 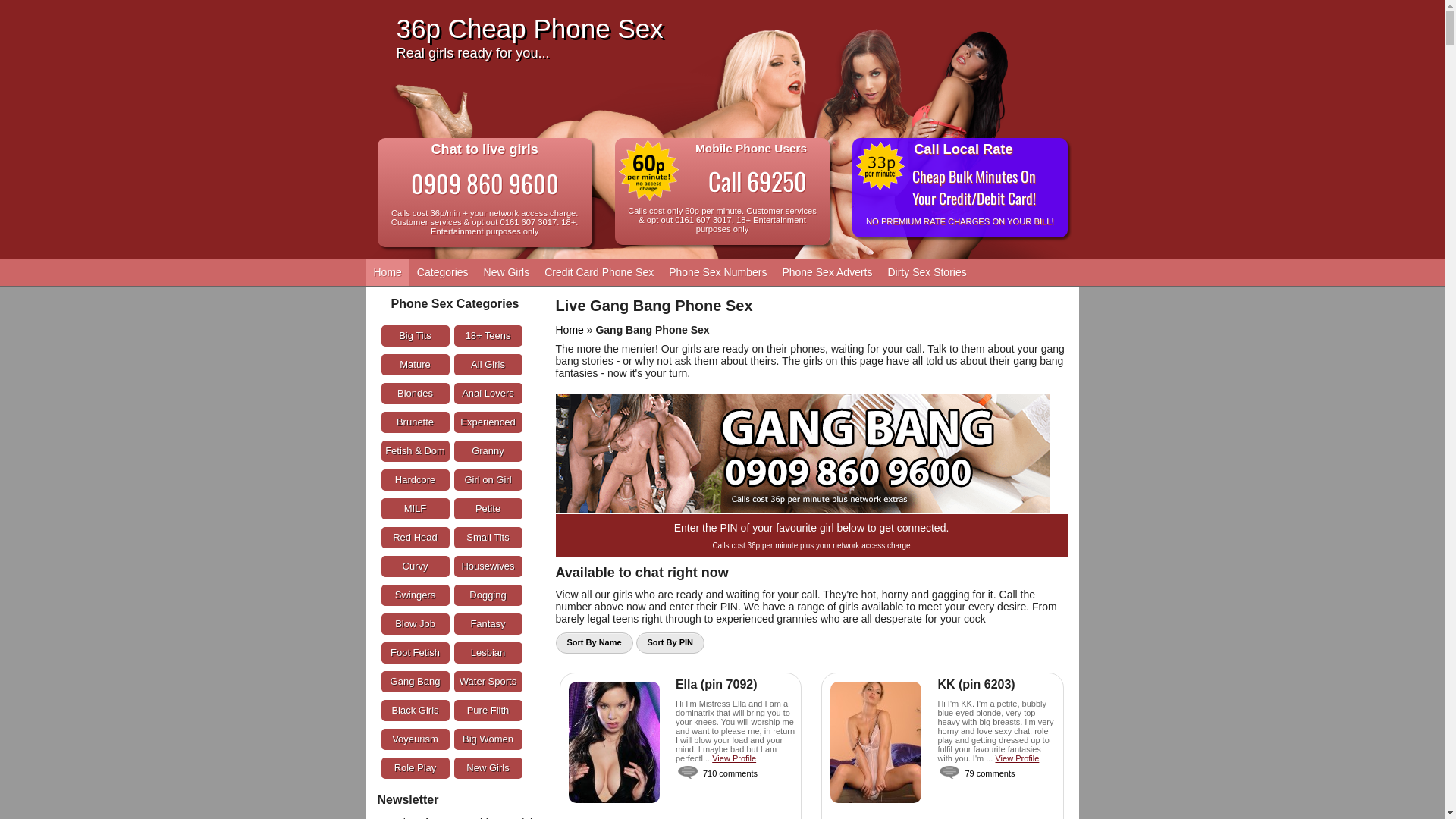 What do you see at coordinates (488, 739) in the screenshot?
I see `'Big Women'` at bounding box center [488, 739].